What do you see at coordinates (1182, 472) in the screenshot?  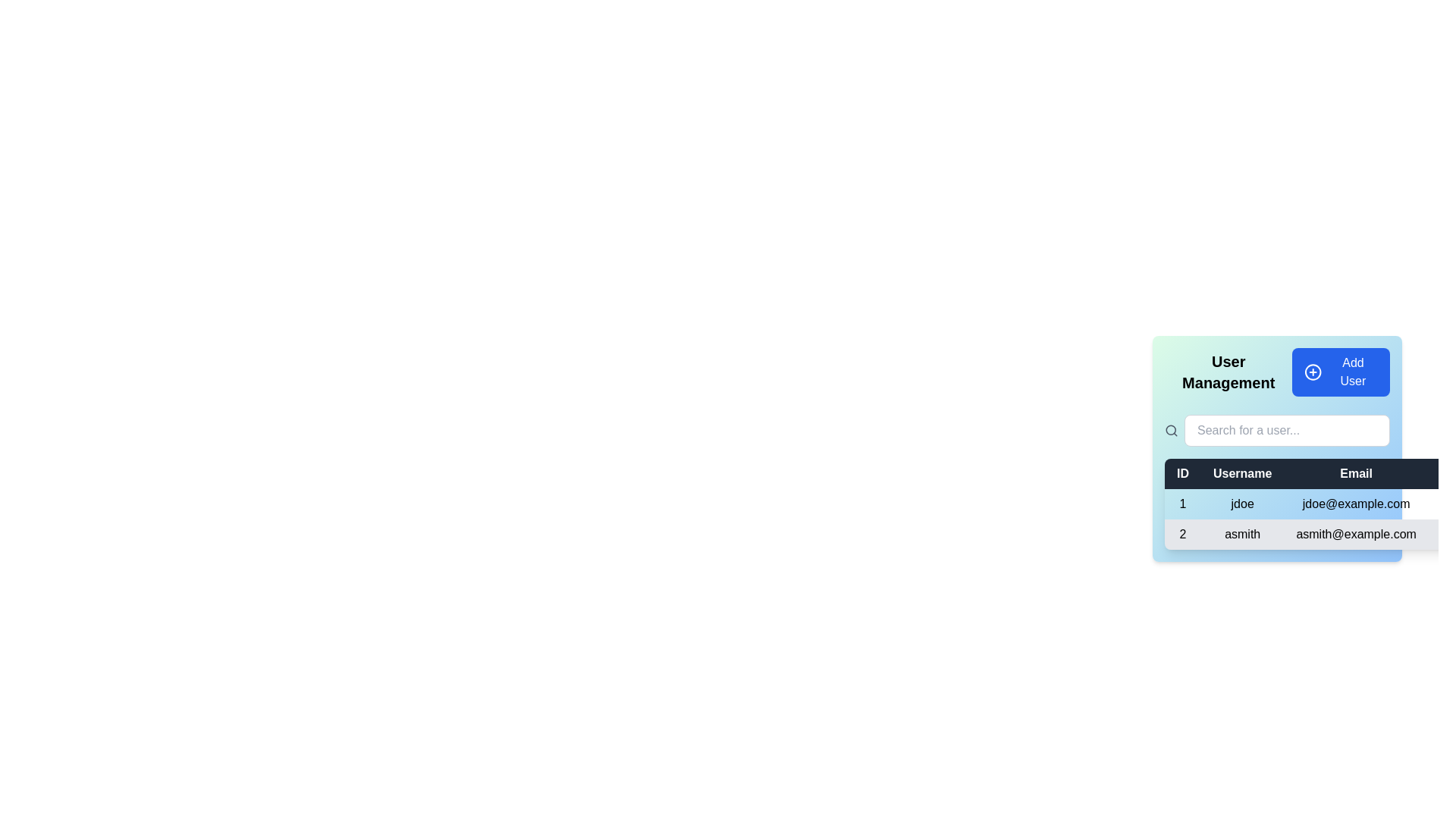 I see `the 'ID' text label in the header section of the table layout, which is styled with a darker background and white text, and is the first item in the header row` at bounding box center [1182, 472].